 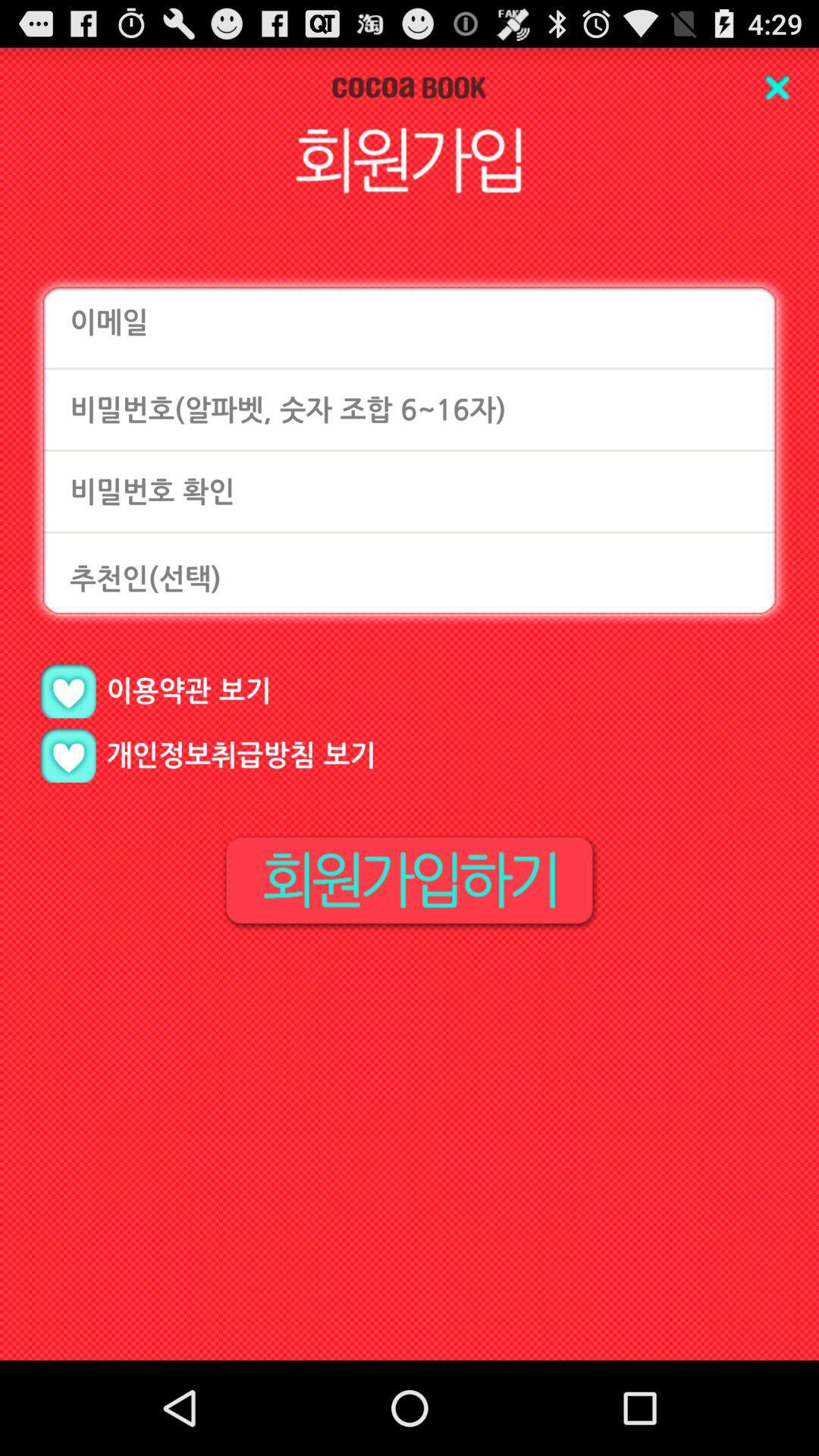 I want to click on mark as favorite, so click(x=67, y=690).